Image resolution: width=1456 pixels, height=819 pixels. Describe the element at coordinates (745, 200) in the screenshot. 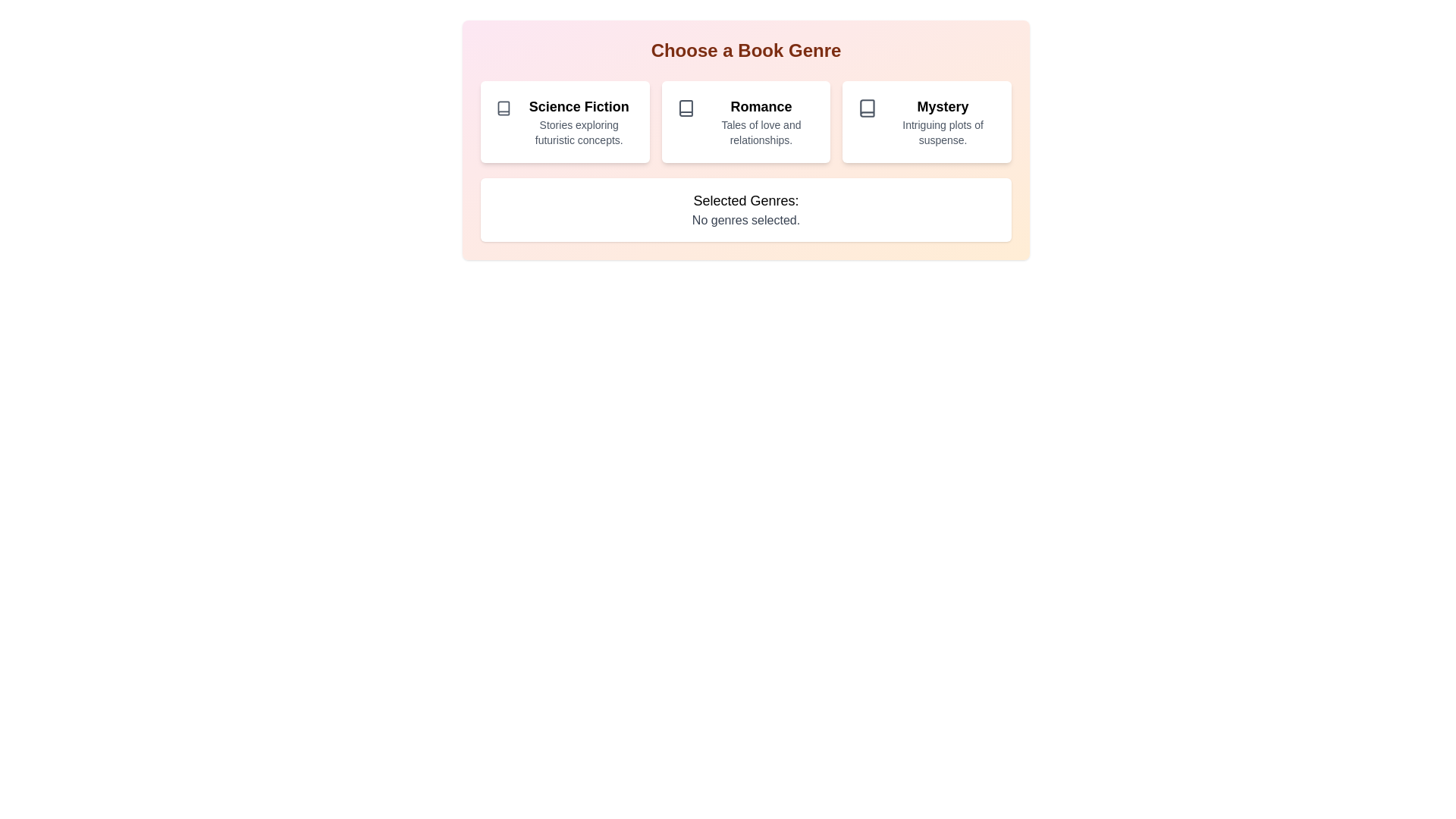

I see `the static text label indicating the purpose of the content that follows, which lists the currently selected genres` at that location.